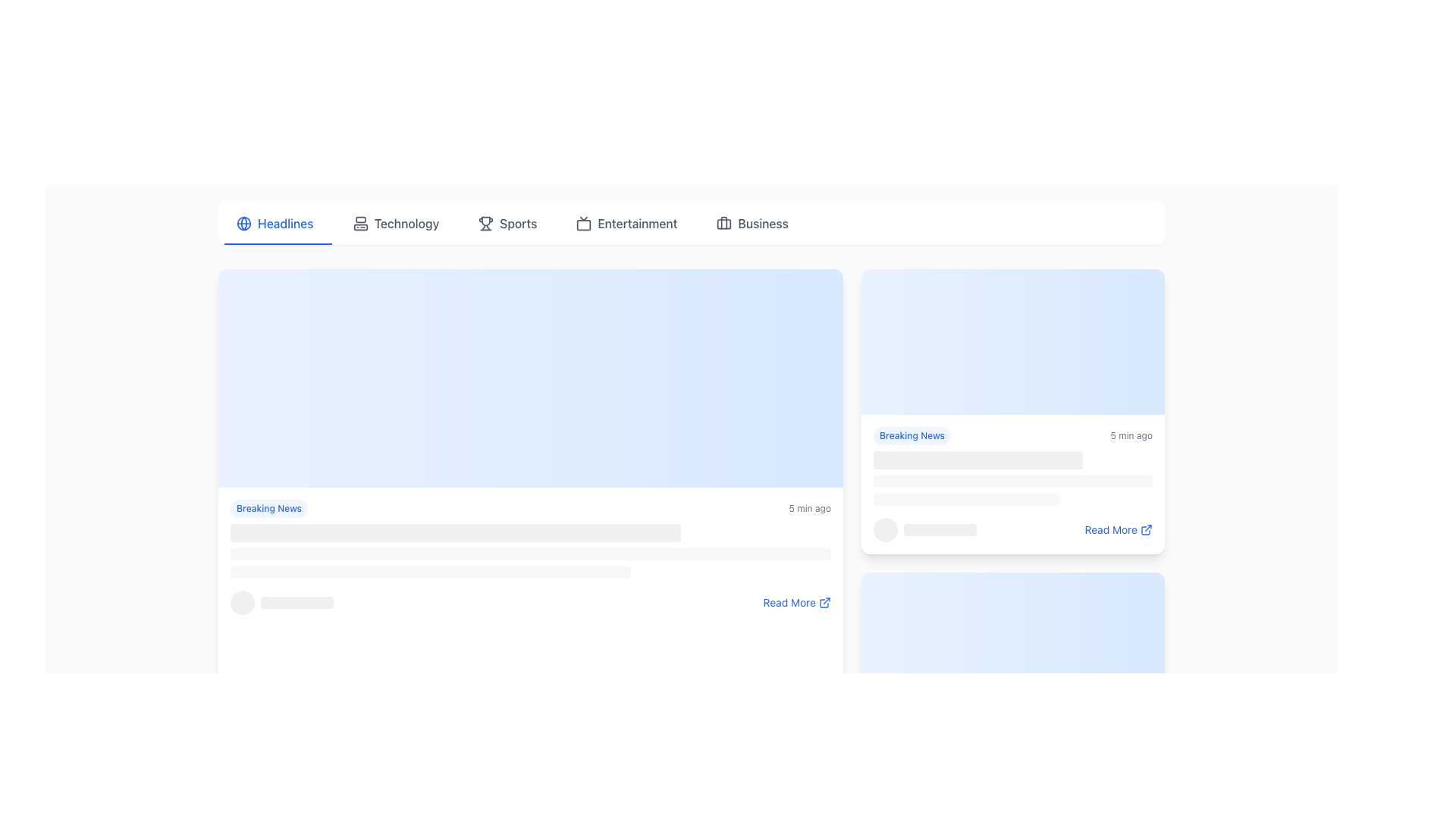  I want to click on the central circular shape within the globe icon located in the navigation bar next to the 'Headlines' text, so click(243, 223).